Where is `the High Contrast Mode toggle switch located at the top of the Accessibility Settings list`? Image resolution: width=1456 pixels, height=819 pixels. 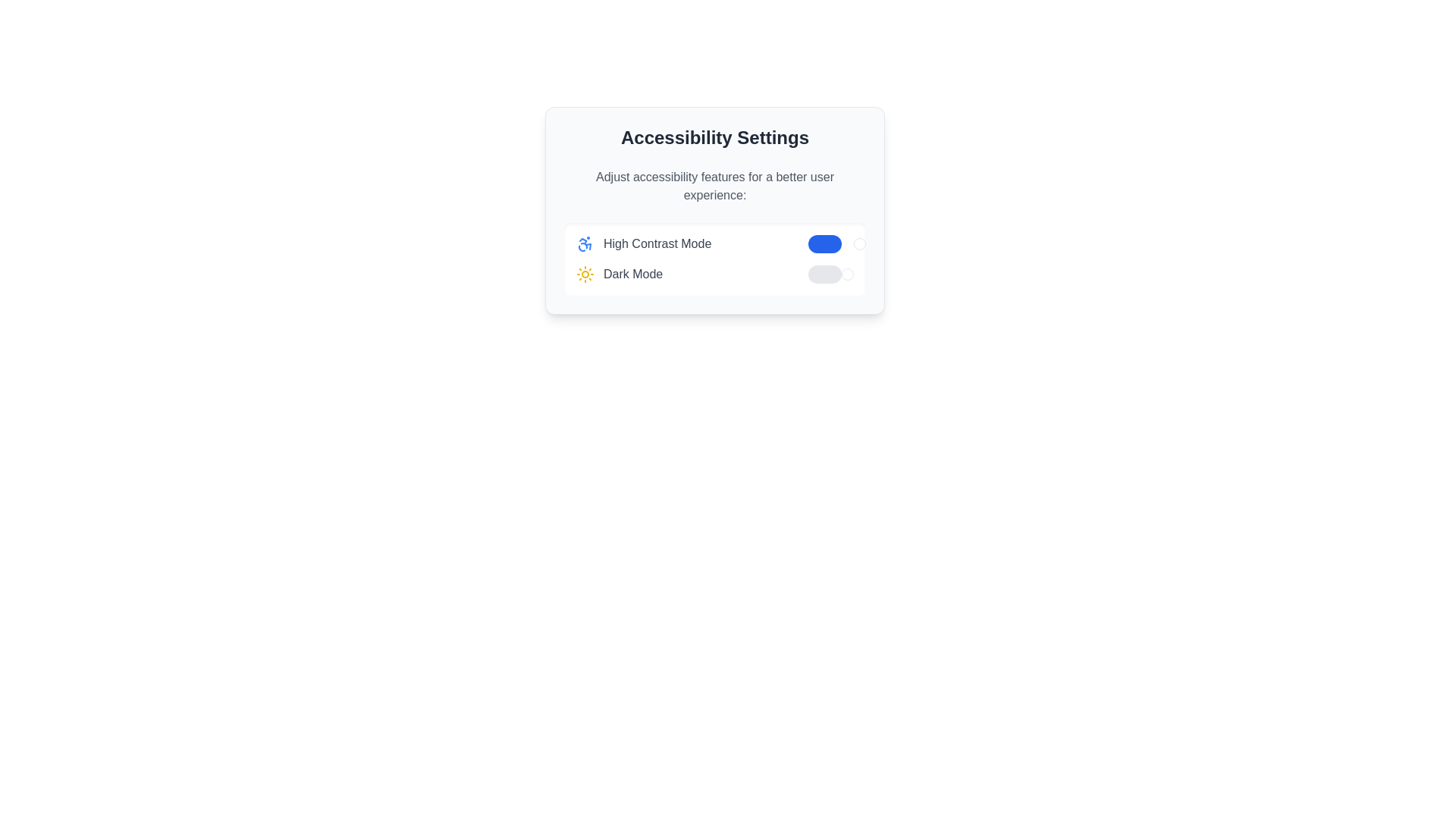 the High Contrast Mode toggle switch located at the top of the Accessibility Settings list is located at coordinates (714, 243).